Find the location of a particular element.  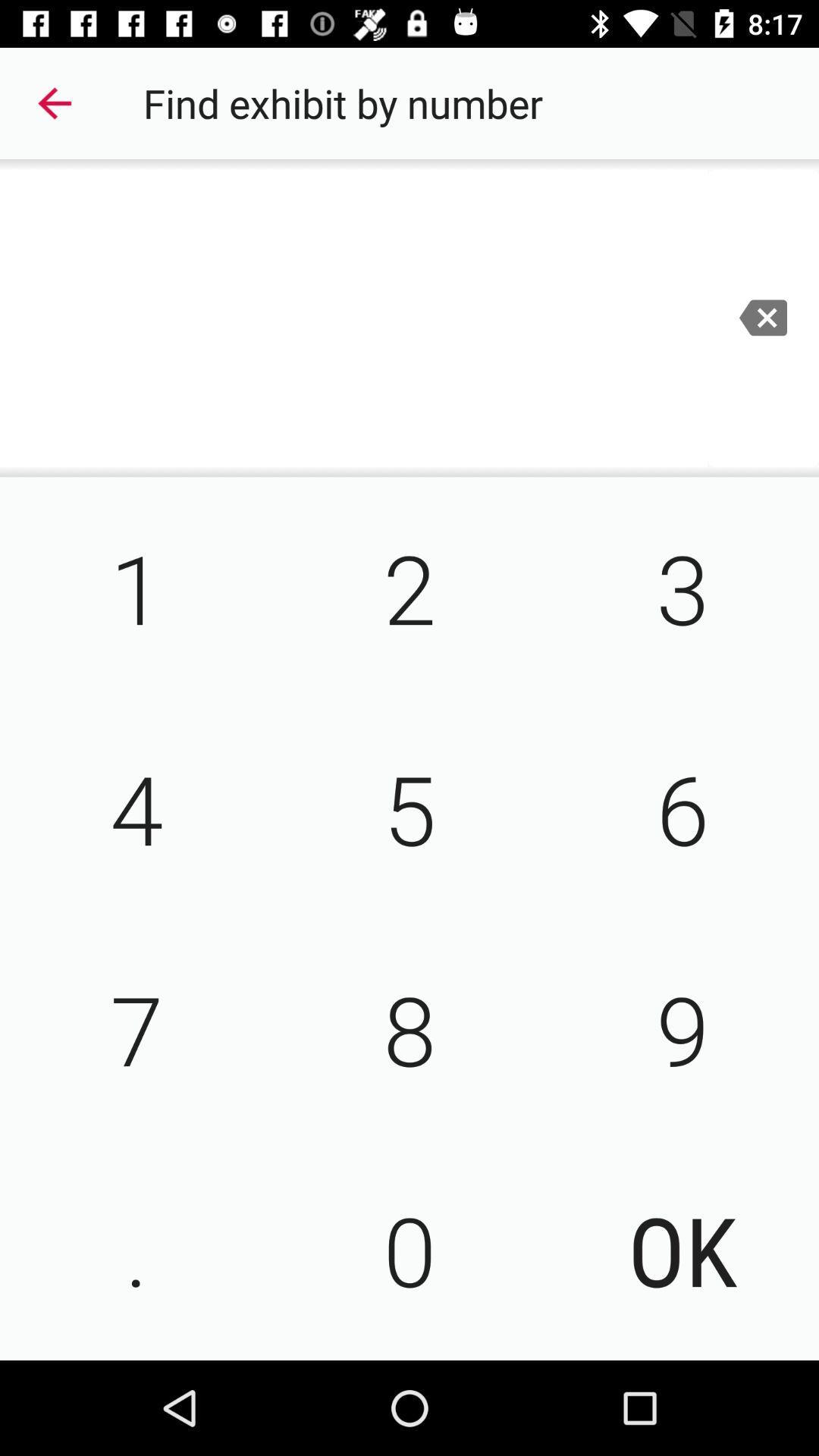

0 is located at coordinates (409, 1249).